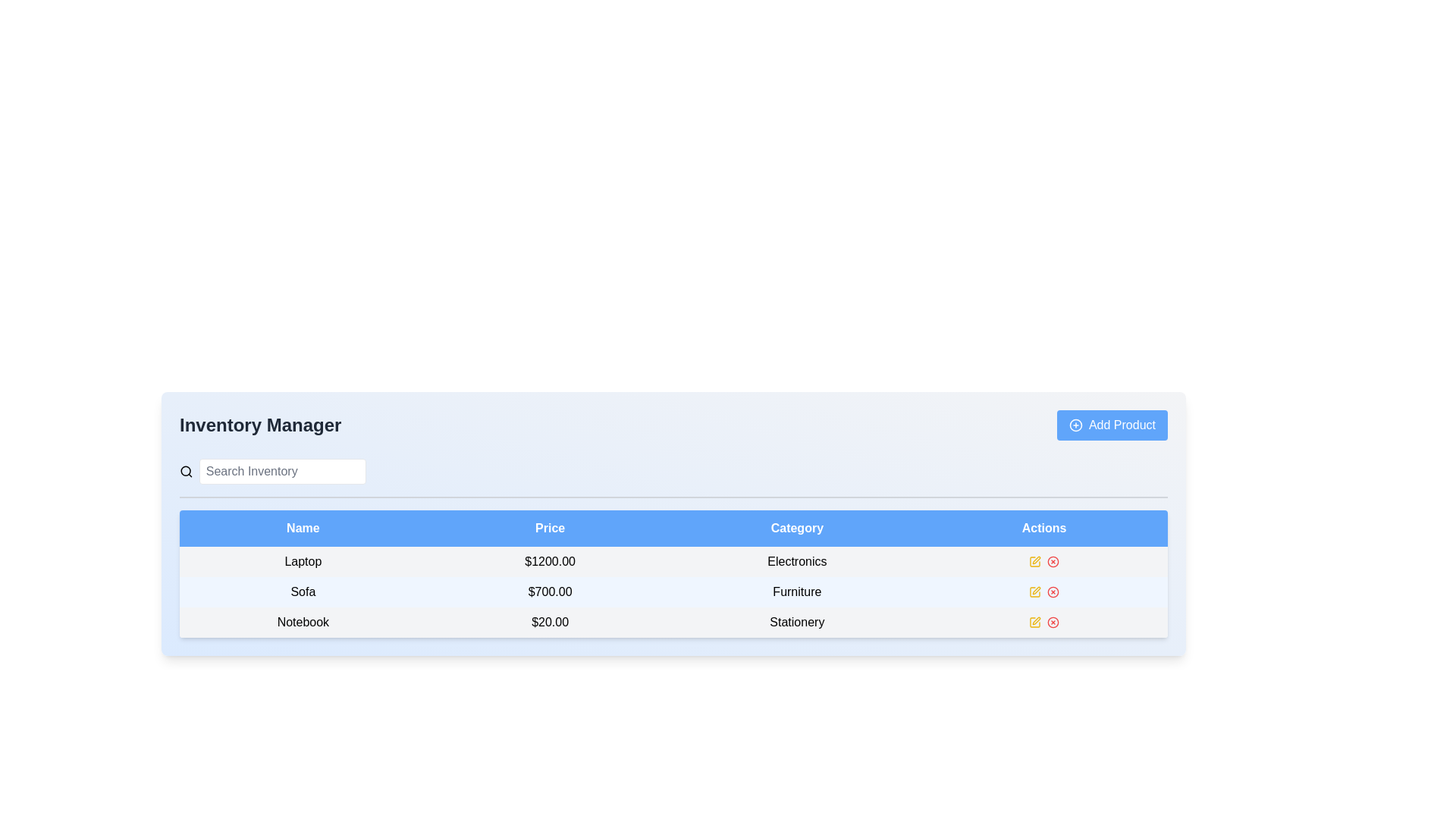  Describe the element at coordinates (1034, 591) in the screenshot. I see `the first action button in the 'Actions' column of the table for the 'Sofa' entry to initiate the editing process` at that location.